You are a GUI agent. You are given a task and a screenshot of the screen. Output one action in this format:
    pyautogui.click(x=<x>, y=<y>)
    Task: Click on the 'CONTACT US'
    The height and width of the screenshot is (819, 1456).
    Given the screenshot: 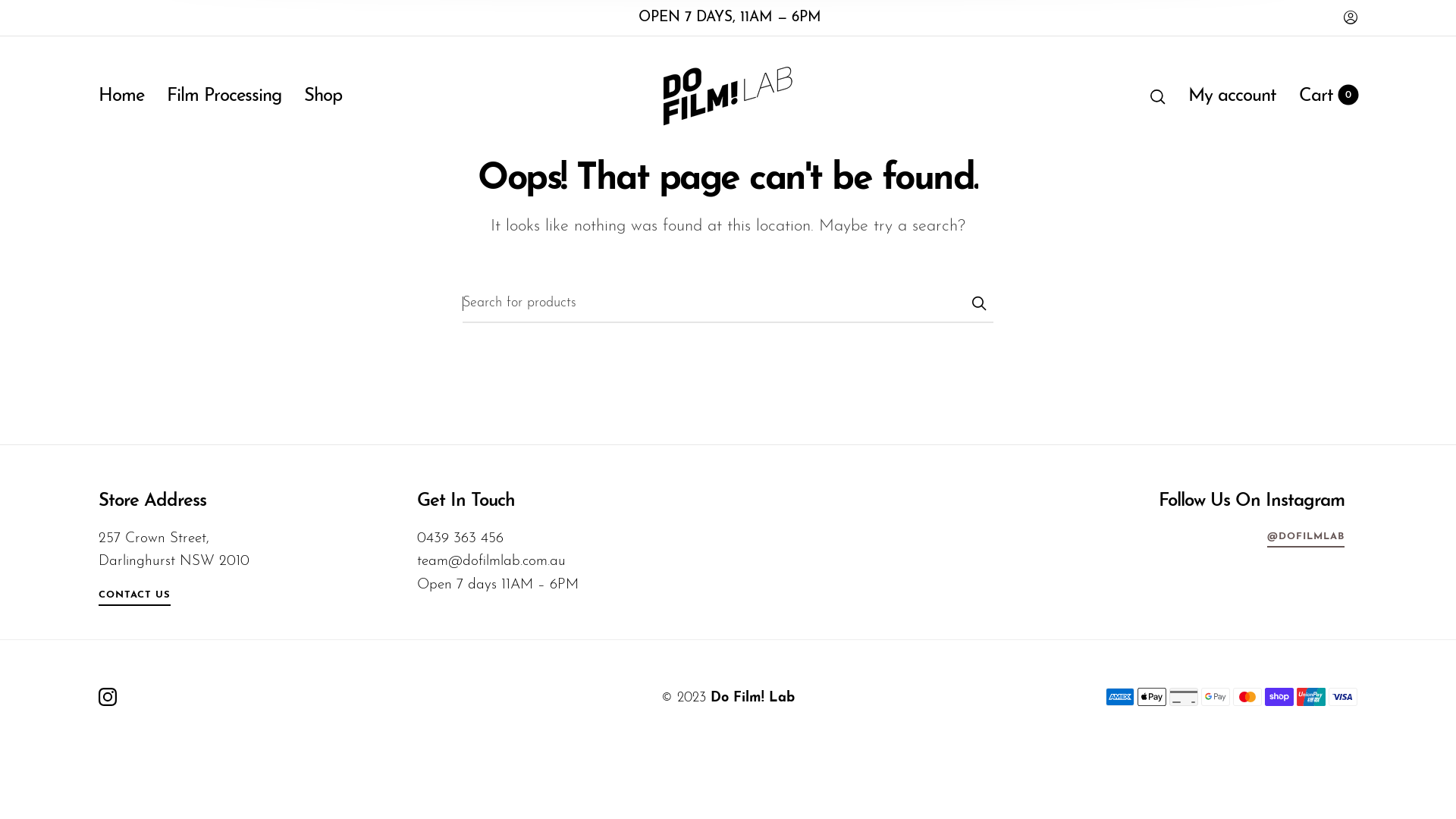 What is the action you would take?
    pyautogui.click(x=134, y=597)
    